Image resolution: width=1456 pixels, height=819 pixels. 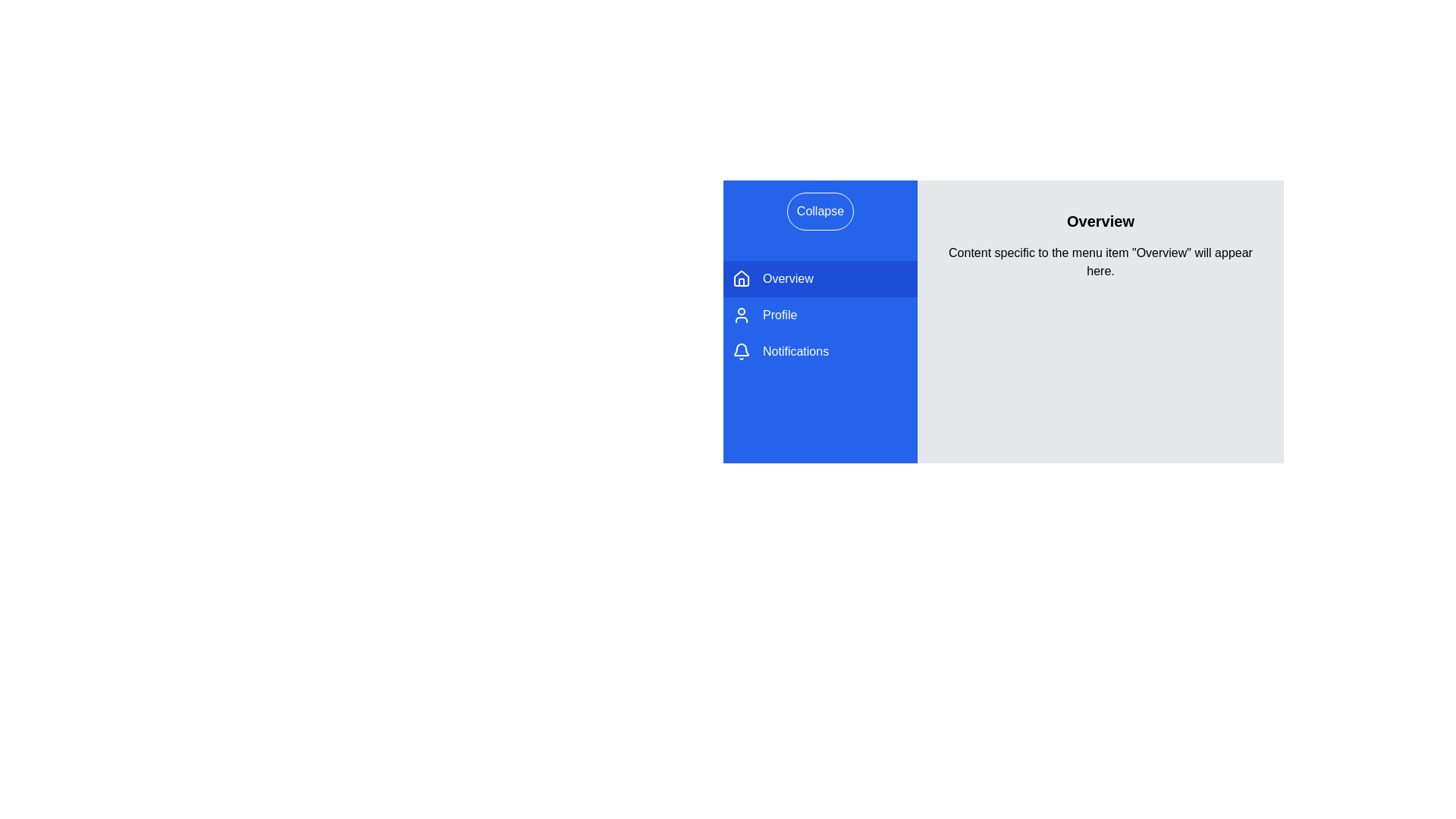 I want to click on text label or header that serves as the title for the 'Overview' section, positioned at the top of the gray content area, so click(x=1100, y=221).